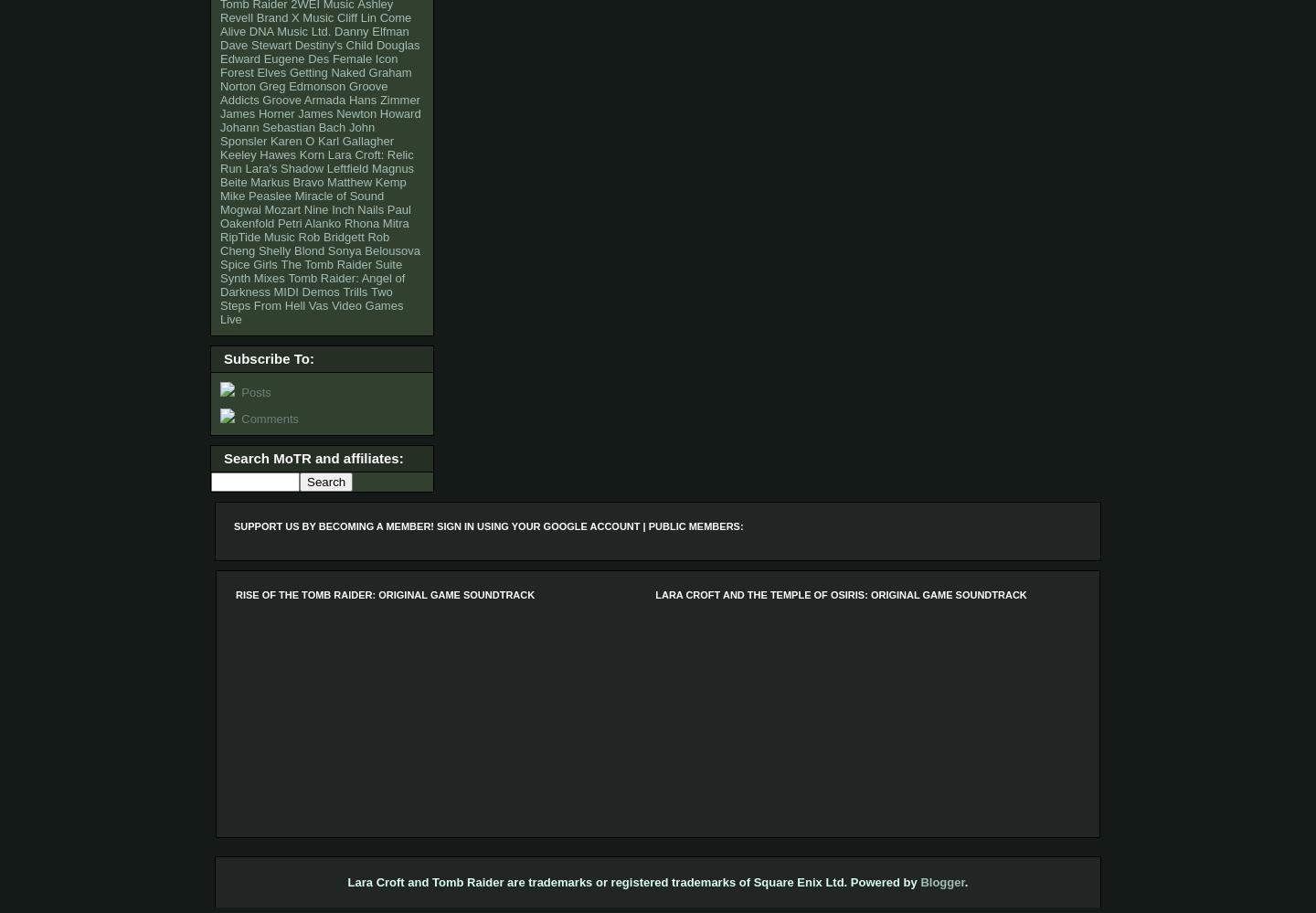  What do you see at coordinates (219, 161) in the screenshot?
I see `'Lara Croft: Relic Run'` at bounding box center [219, 161].